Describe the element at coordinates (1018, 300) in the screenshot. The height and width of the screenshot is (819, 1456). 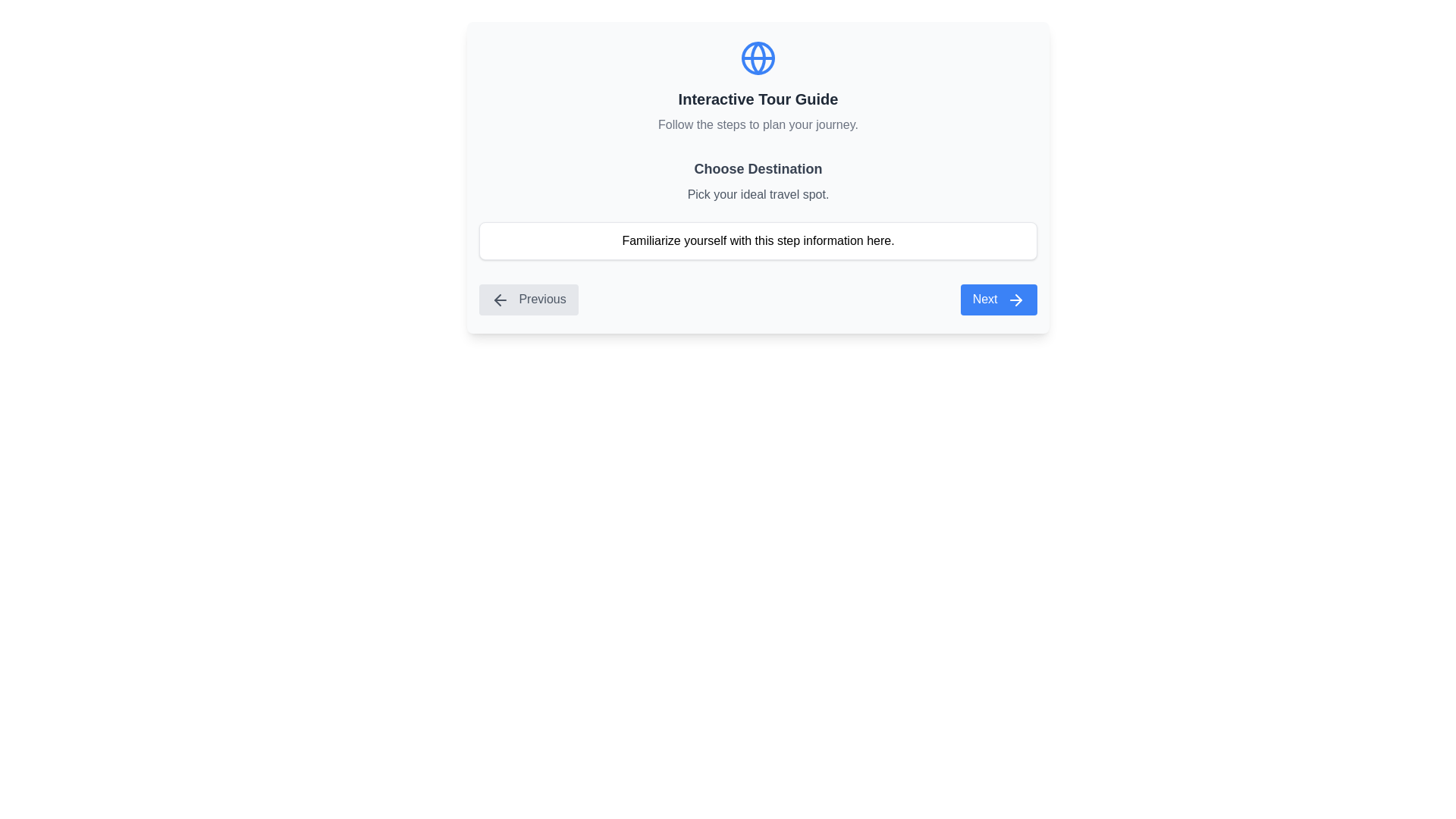
I see `the icon located on the far-right side of the blue 'Next' button, which indicates forward navigation or progression` at that location.